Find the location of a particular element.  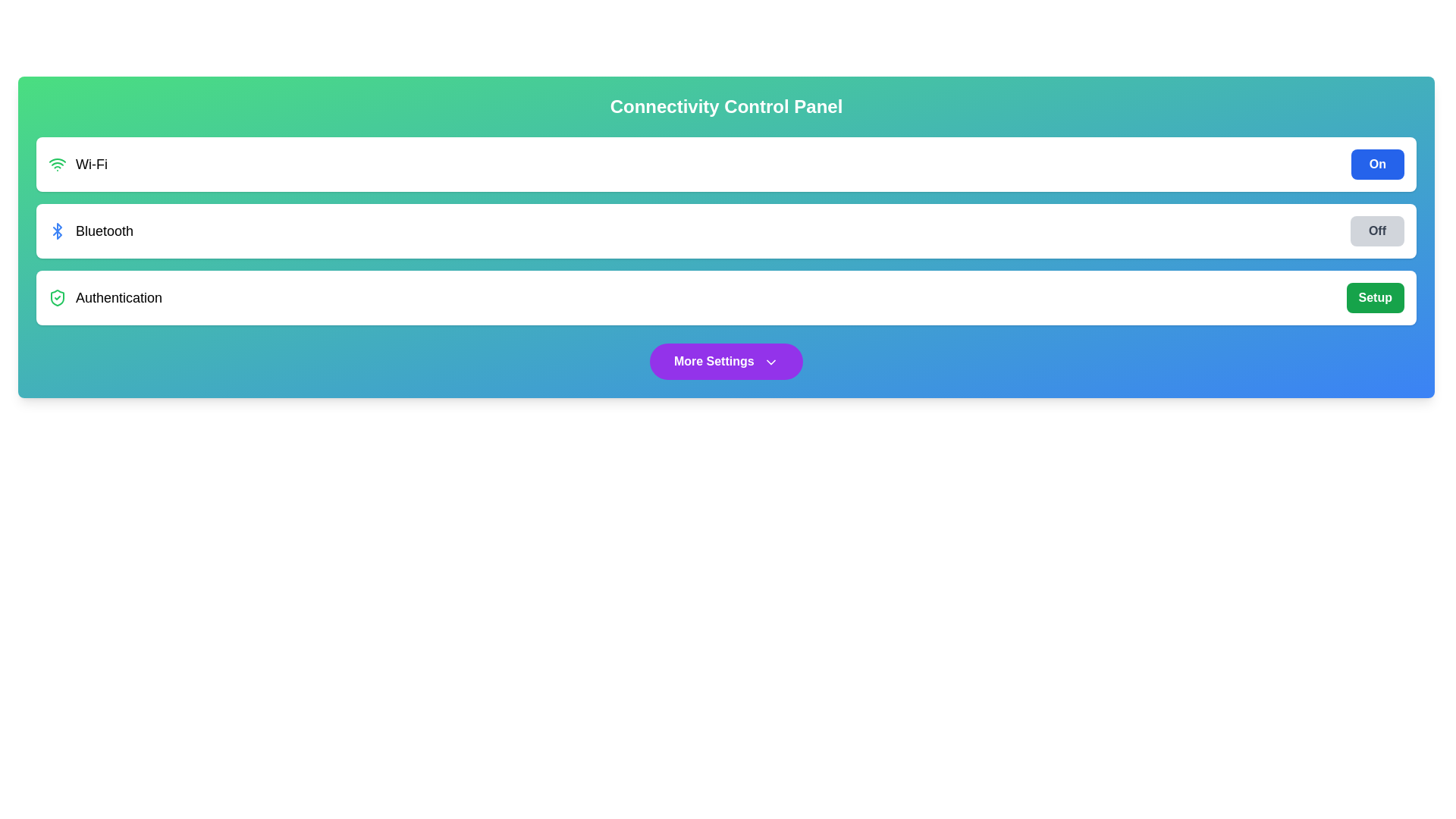

the green button labeled 'Setup' located on the far right side of the 'Authentication' section is located at coordinates (1375, 298).